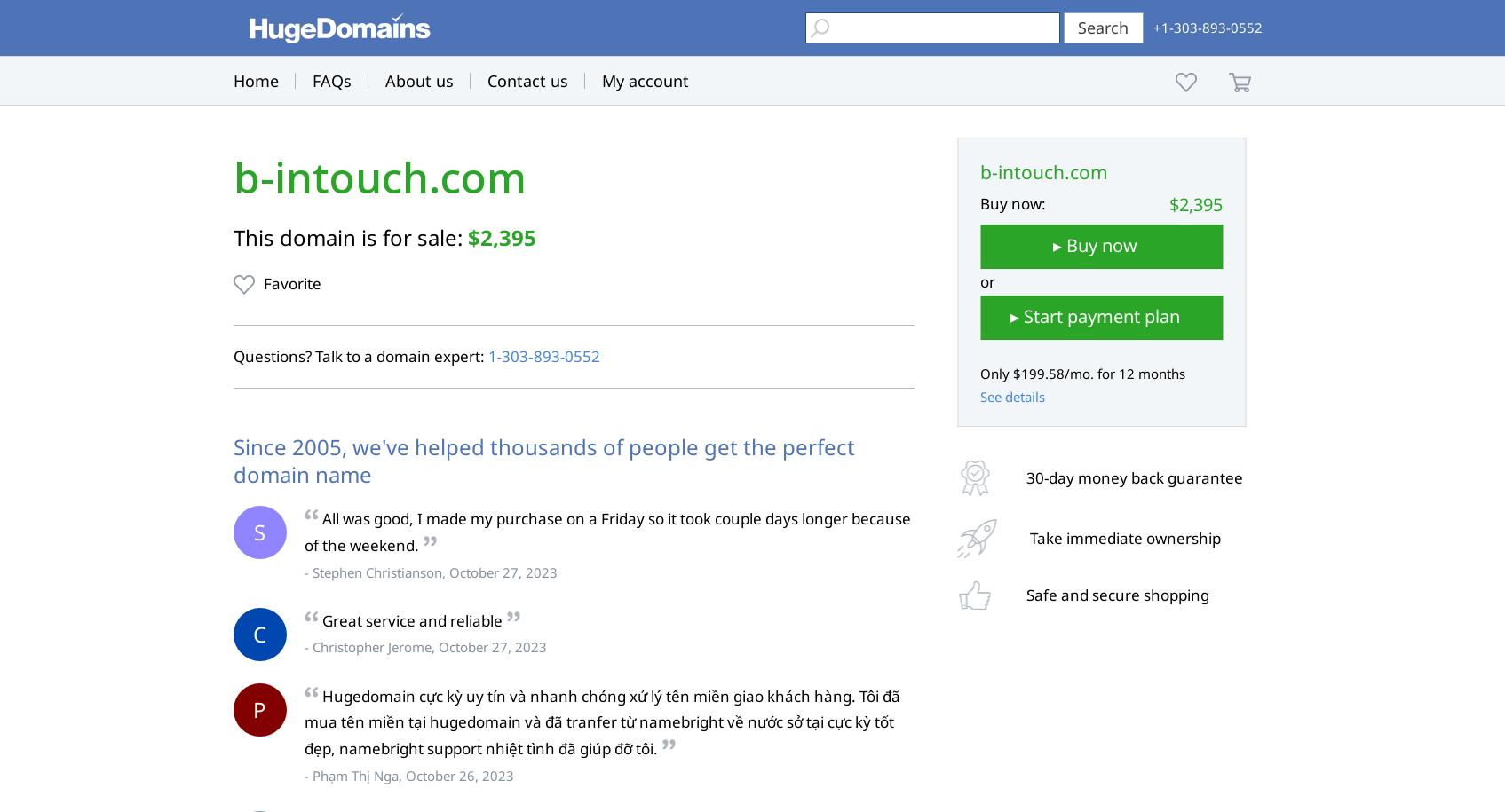 This screenshot has height=812, width=1505. I want to click on '- Christopher Jerome, October 27, 2023', so click(424, 646).